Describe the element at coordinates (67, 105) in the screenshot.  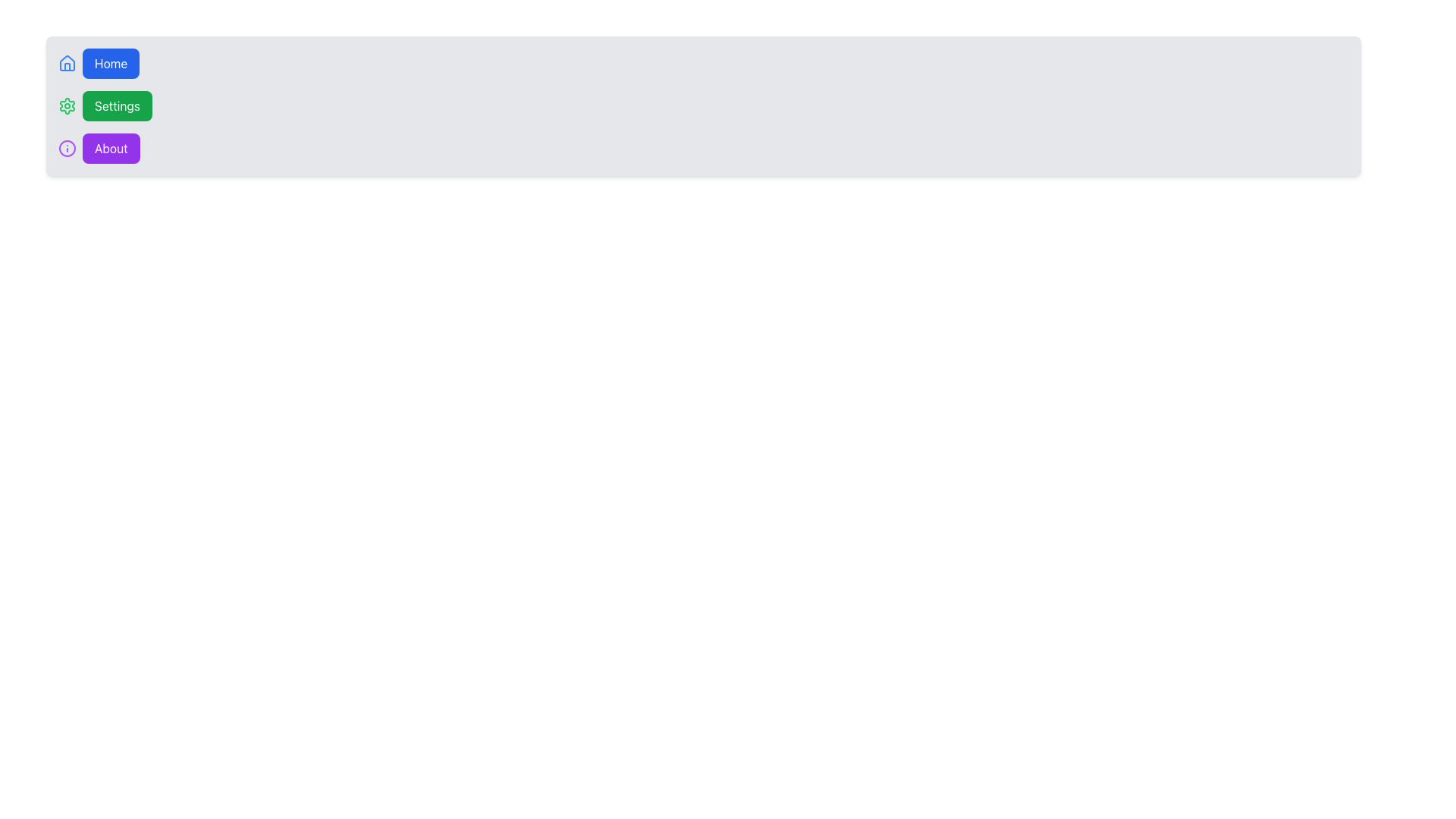
I see `the green gear-like icon in the vertical navigation bar` at that location.